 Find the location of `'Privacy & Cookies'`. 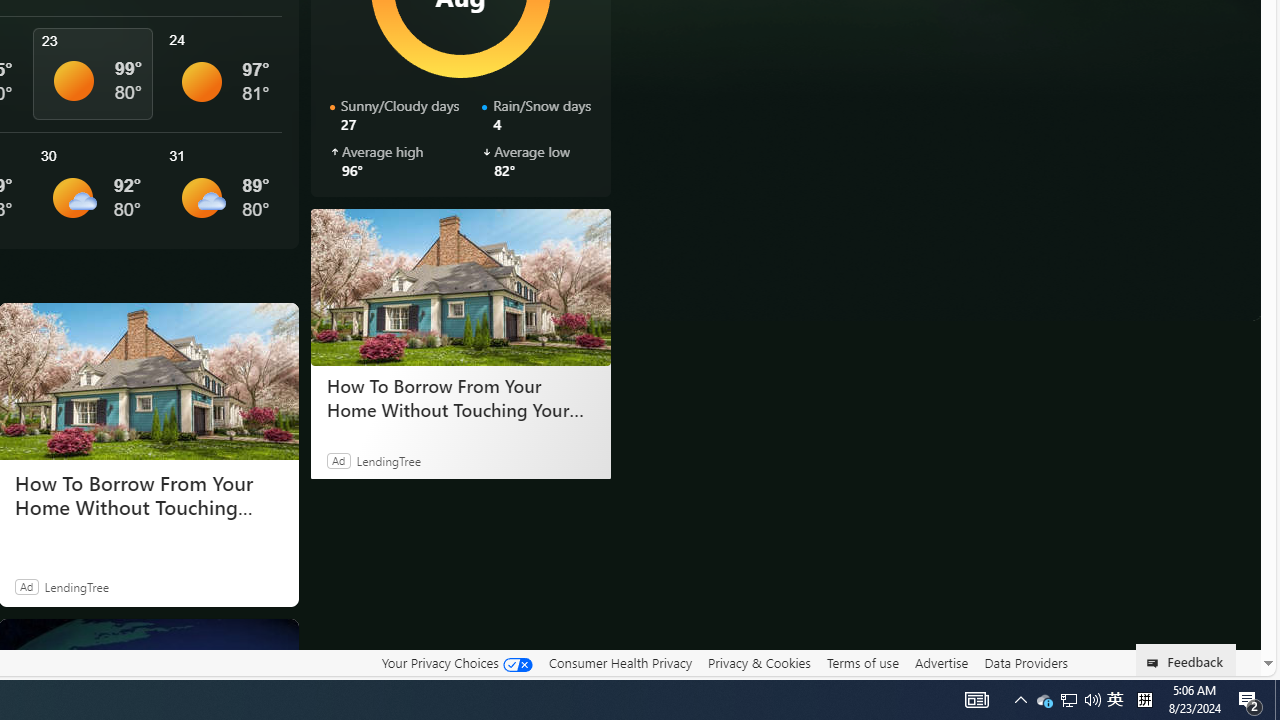

'Privacy & Cookies' is located at coordinates (758, 662).